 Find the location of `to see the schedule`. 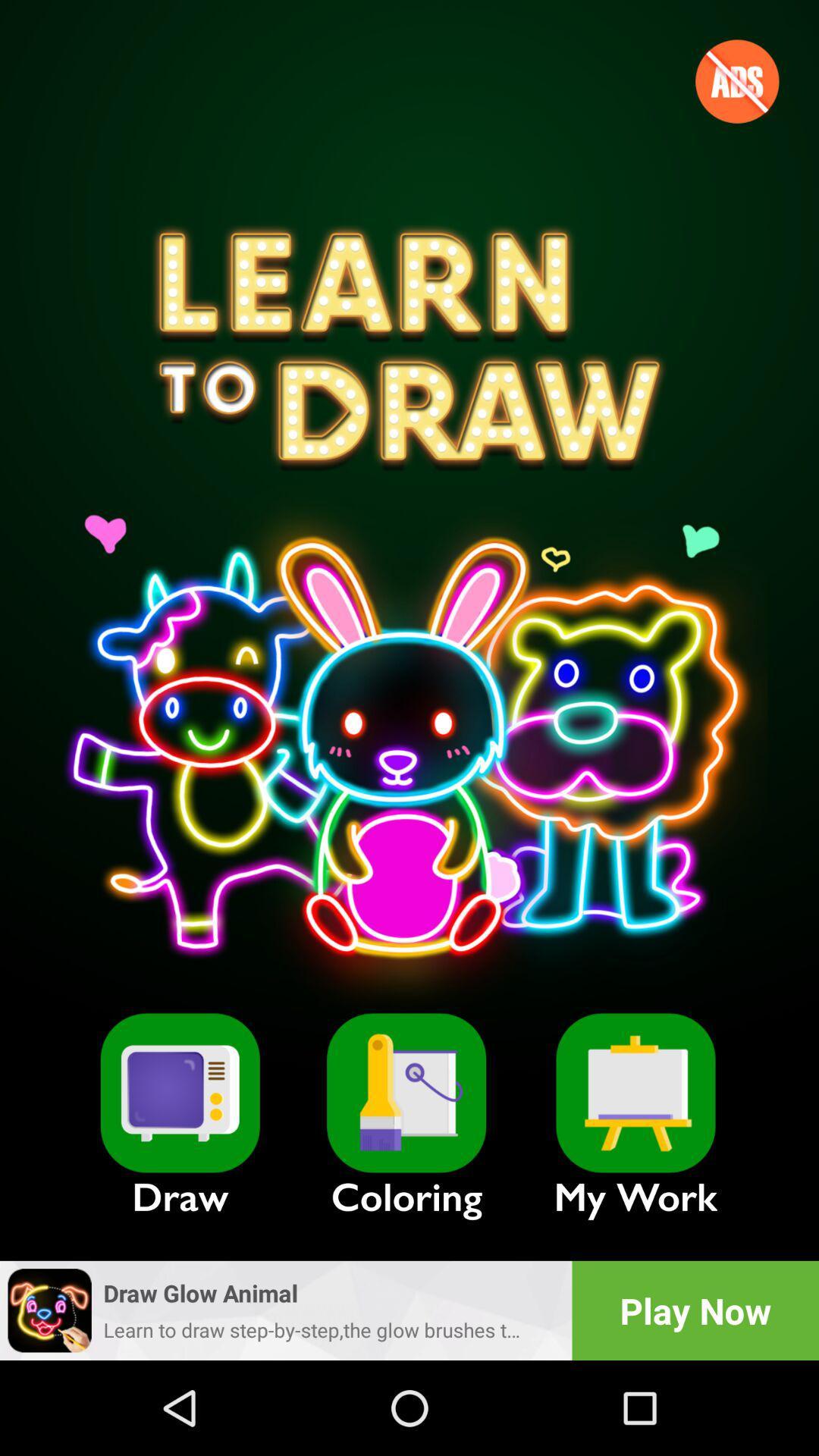

to see the schedule is located at coordinates (635, 1093).